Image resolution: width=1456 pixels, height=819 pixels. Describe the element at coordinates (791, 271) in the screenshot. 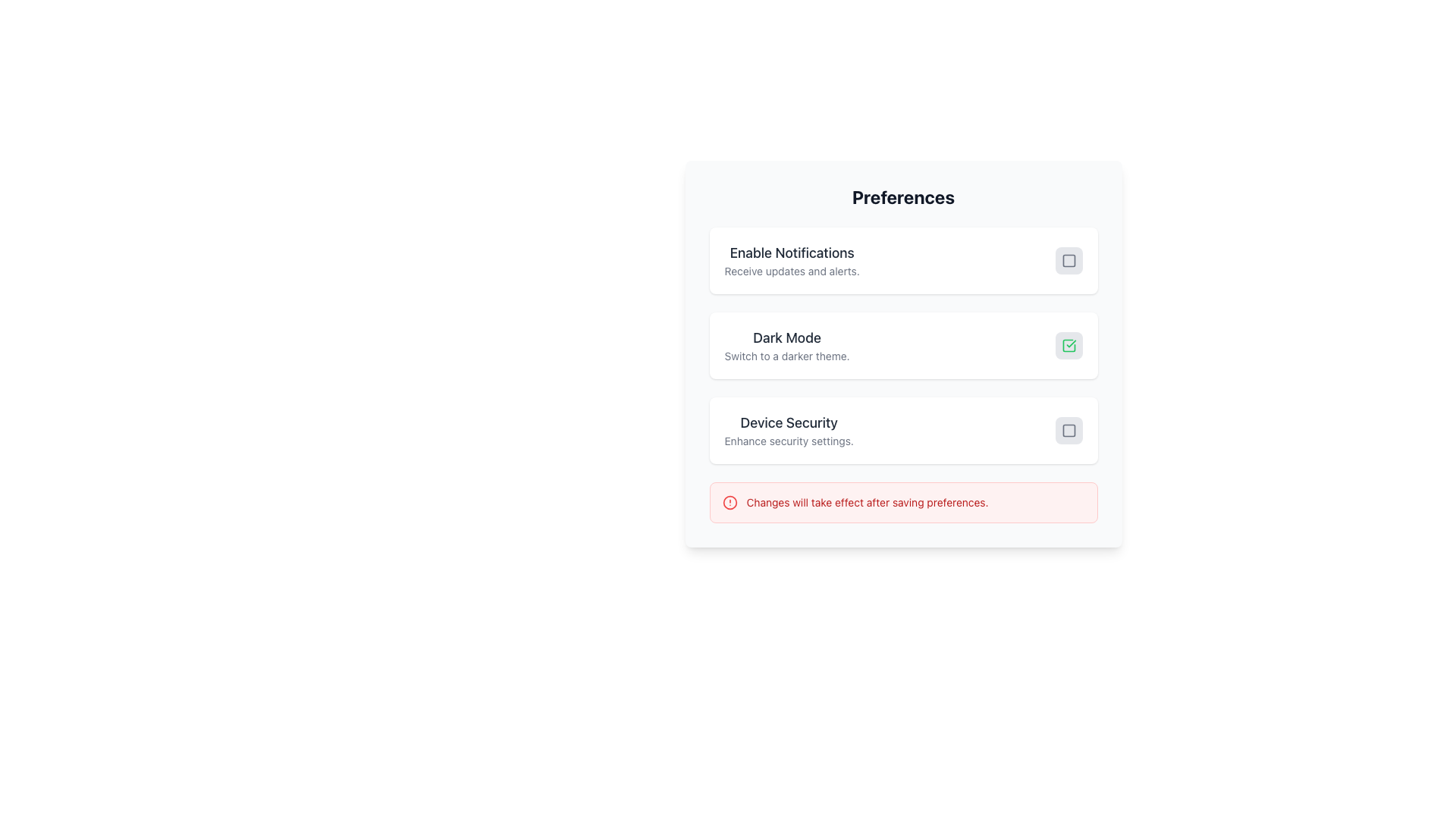

I see `the static text providing context for the 'Enable Notifications' option, located directly below the heading in the Preferences section` at that location.